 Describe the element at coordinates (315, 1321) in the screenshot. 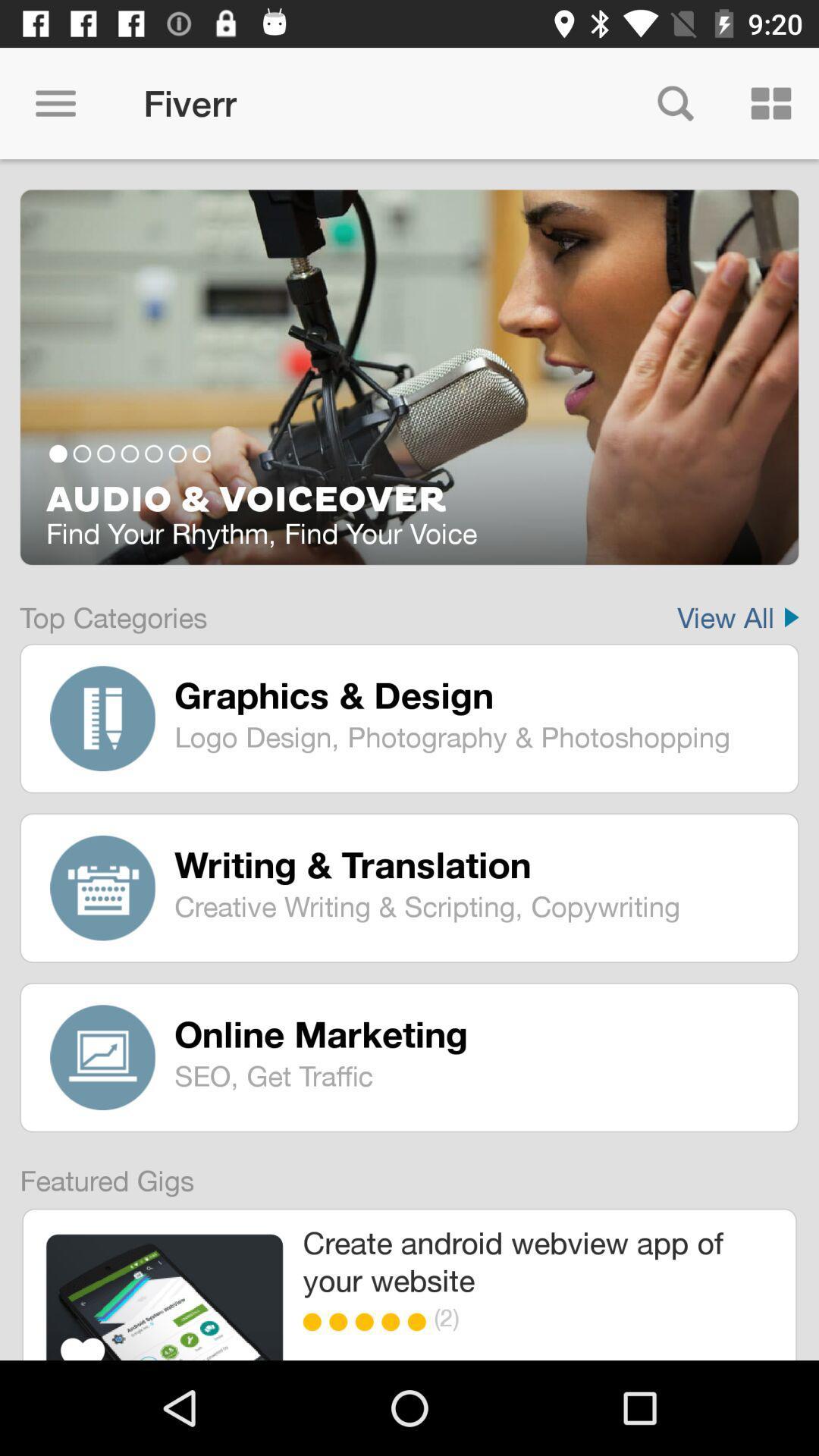

I see `the item below create android webview item` at that location.